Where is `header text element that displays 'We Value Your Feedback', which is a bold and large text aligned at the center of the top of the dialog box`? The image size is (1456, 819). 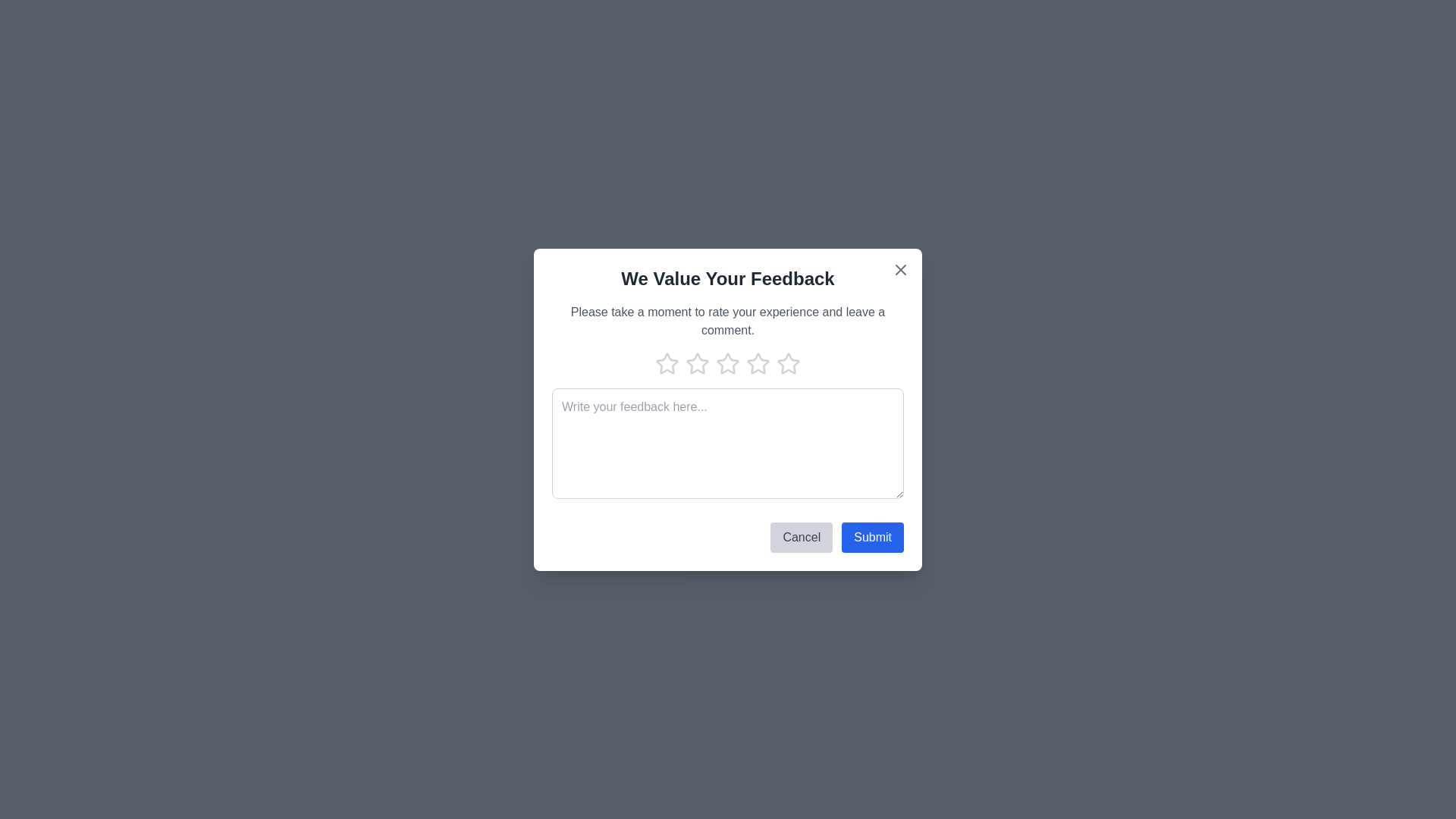
header text element that displays 'We Value Your Feedback', which is a bold and large text aligned at the center of the top of the dialog box is located at coordinates (728, 278).